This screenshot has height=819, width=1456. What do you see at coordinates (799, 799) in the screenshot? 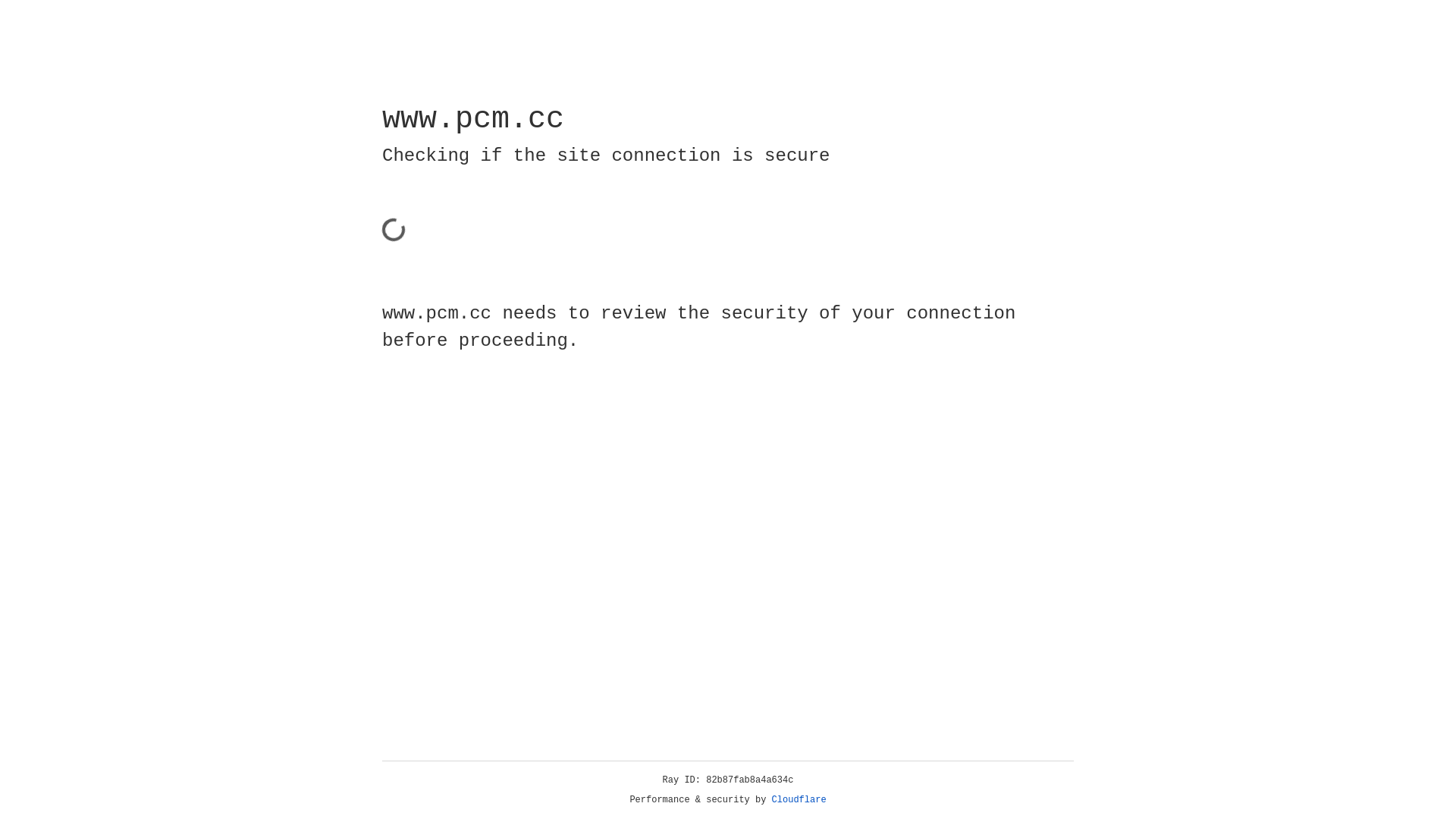
I see `'Cloudflare'` at bounding box center [799, 799].